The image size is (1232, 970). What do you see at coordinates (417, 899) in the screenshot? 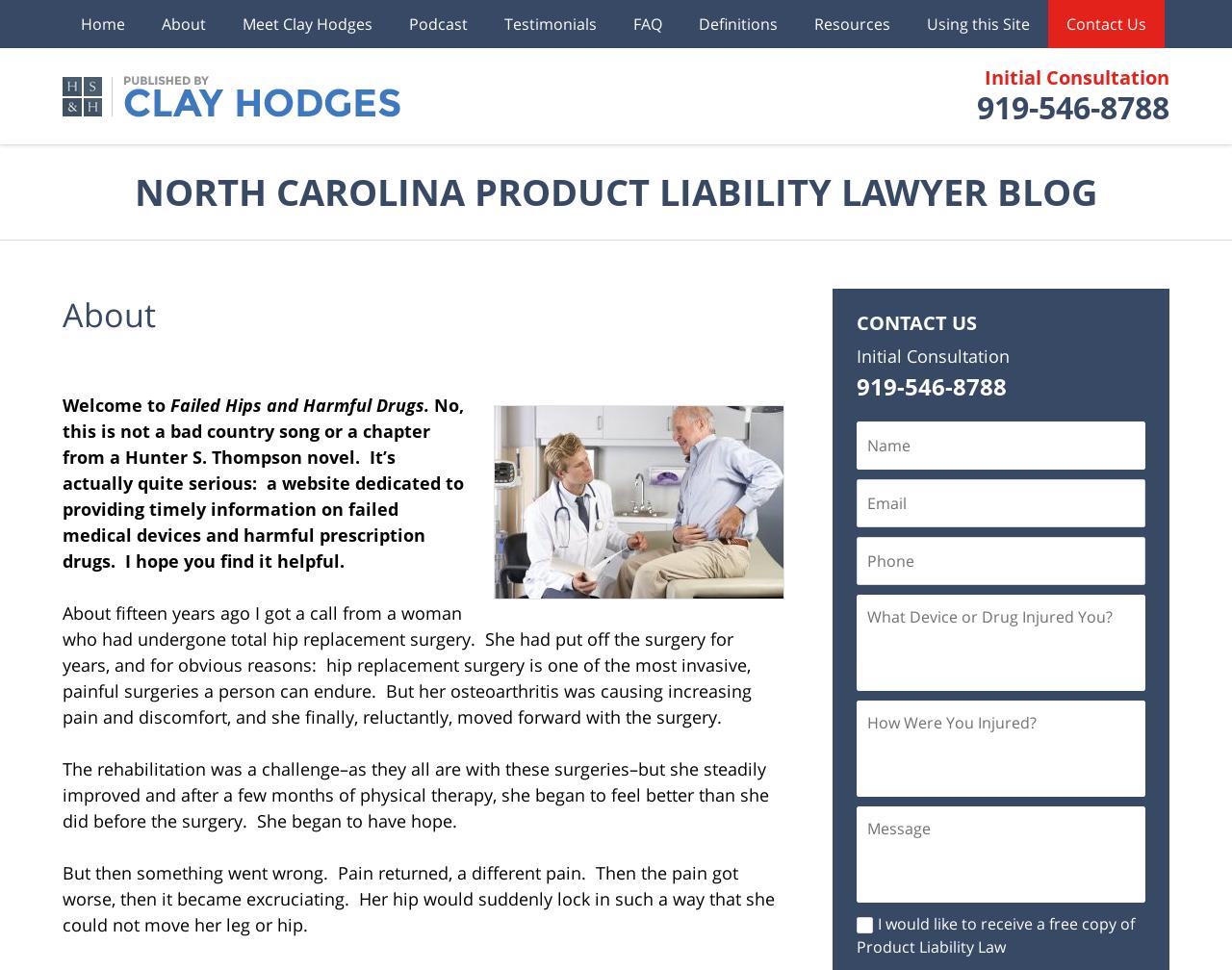
I see `'But then something went wrong.  Pain returned, a different pain.  Then the pain got worse, then it became excruciating.  Her hip would suddenly lock in such a way that she could not move her leg or hip.'` at bounding box center [417, 899].